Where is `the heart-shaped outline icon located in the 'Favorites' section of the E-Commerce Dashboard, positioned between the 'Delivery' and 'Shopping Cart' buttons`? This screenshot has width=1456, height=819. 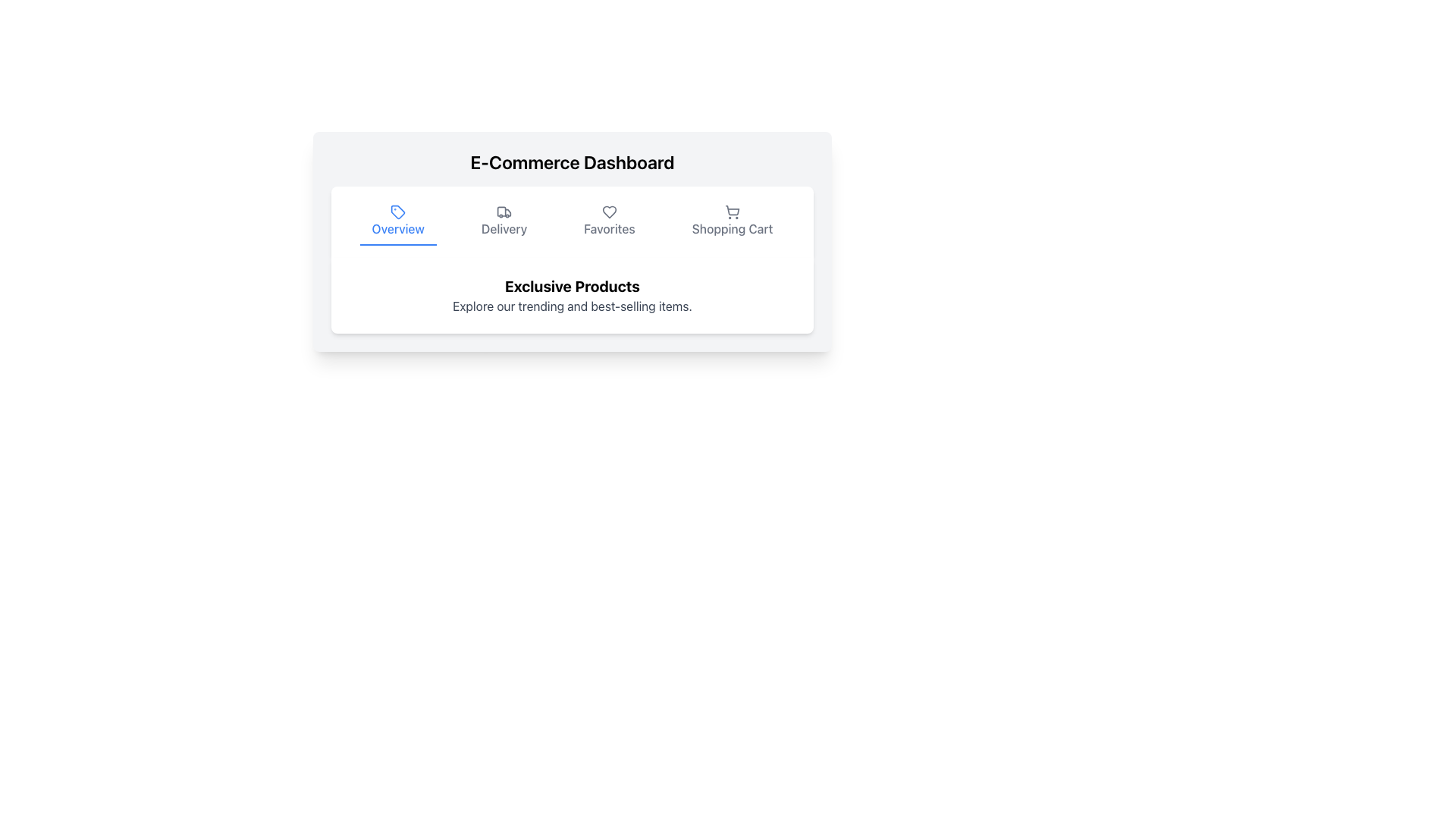 the heart-shaped outline icon located in the 'Favorites' section of the E-Commerce Dashboard, positioned between the 'Delivery' and 'Shopping Cart' buttons is located at coordinates (609, 212).